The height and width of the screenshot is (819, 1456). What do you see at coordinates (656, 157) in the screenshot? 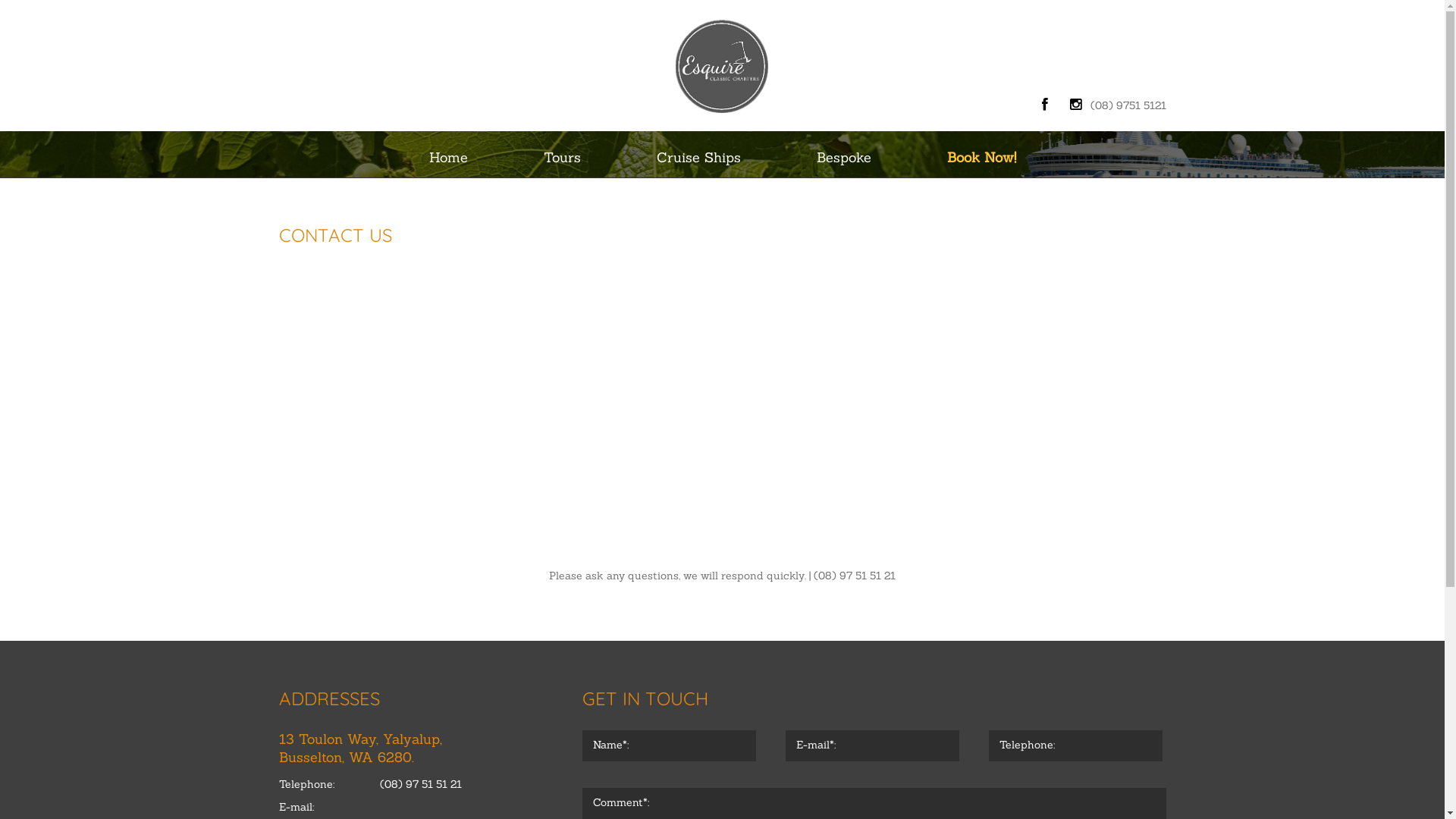
I see `'Cruise Ships'` at bounding box center [656, 157].